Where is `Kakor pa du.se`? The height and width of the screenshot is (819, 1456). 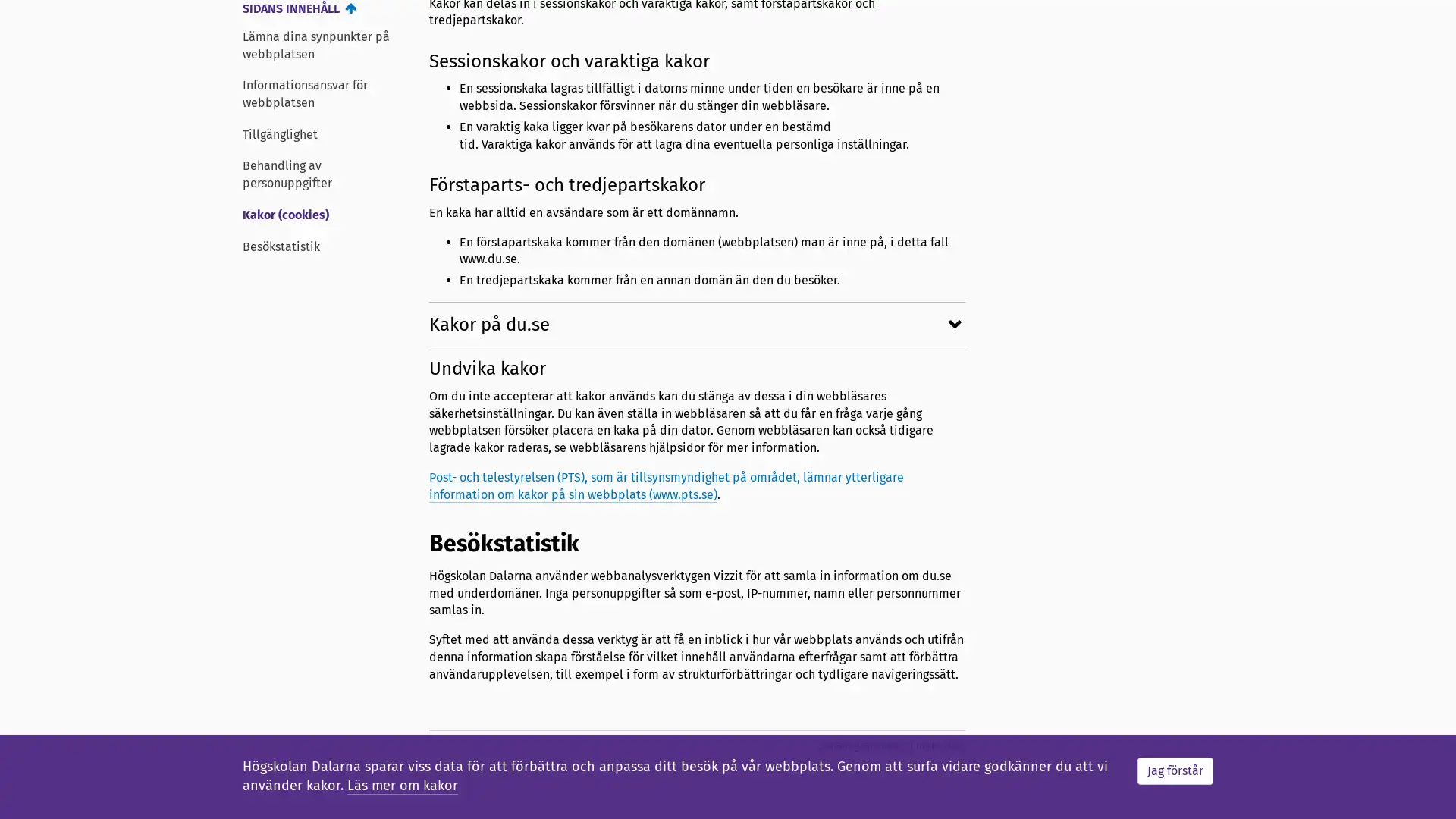
Kakor pa du.se is located at coordinates (695, 323).